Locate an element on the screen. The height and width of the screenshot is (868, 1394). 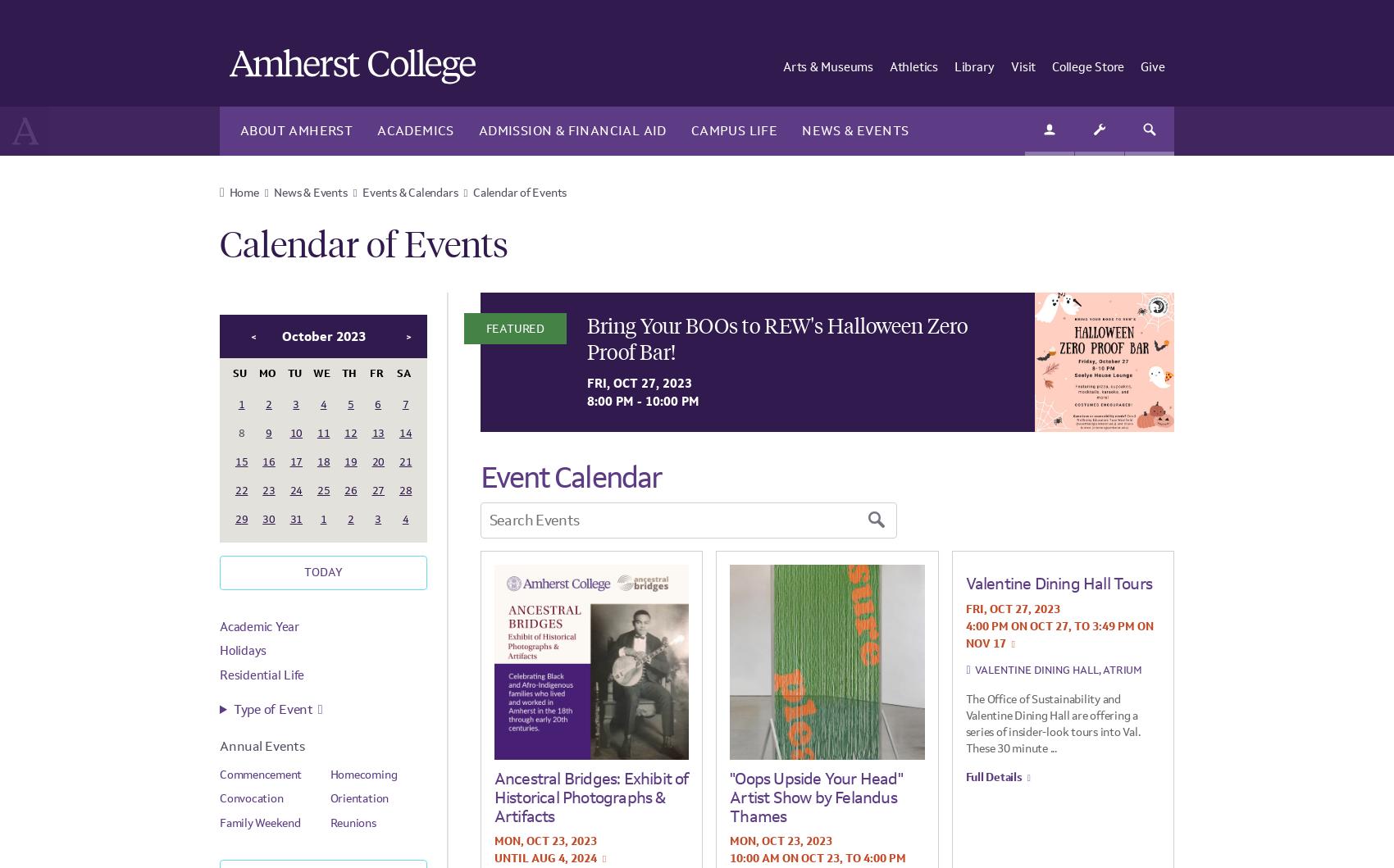
'Arts & Museums' is located at coordinates (827, 66).